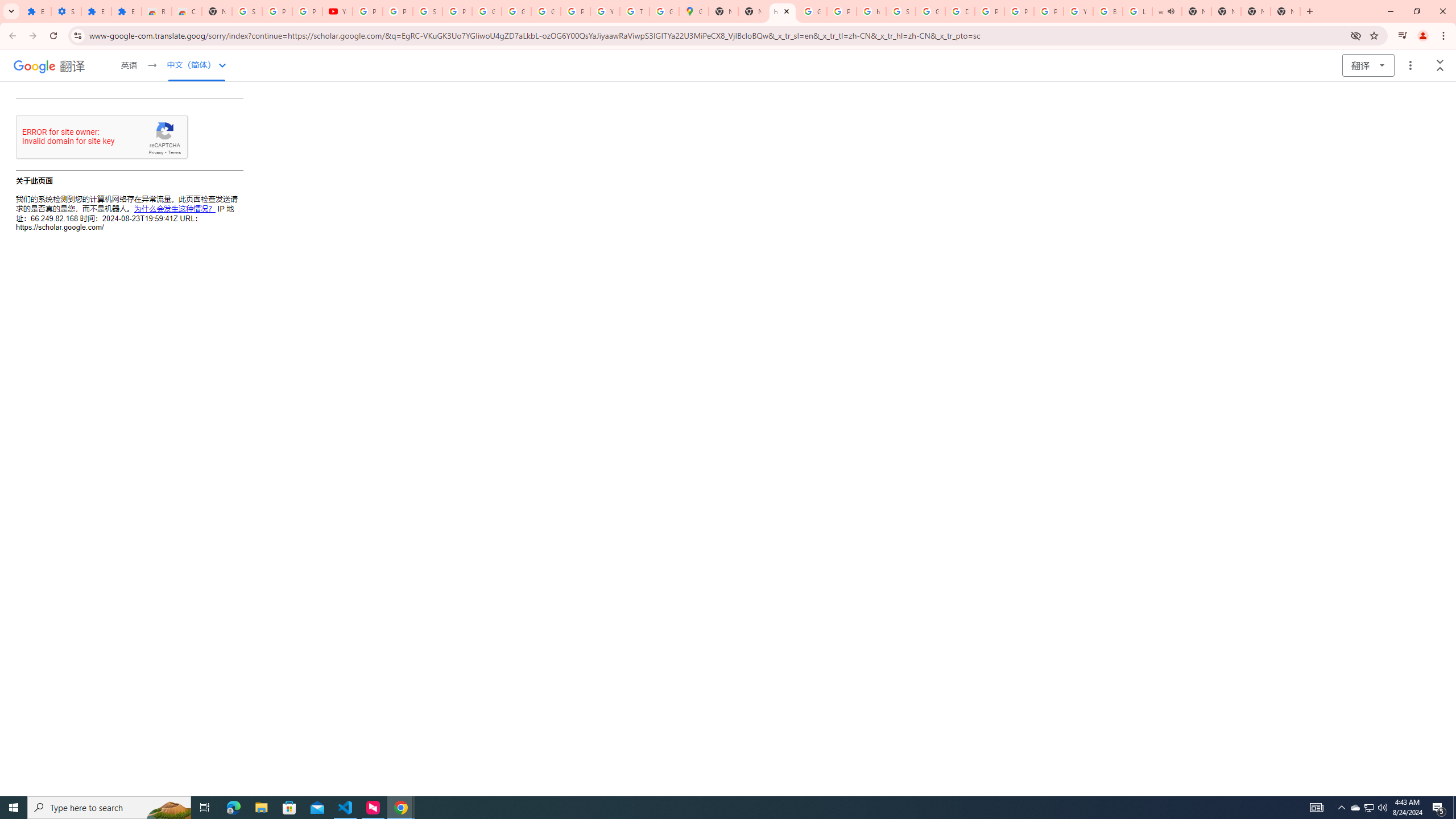 The height and width of the screenshot is (819, 1456). Describe the element at coordinates (337, 11) in the screenshot. I see `'YouTube'` at that location.